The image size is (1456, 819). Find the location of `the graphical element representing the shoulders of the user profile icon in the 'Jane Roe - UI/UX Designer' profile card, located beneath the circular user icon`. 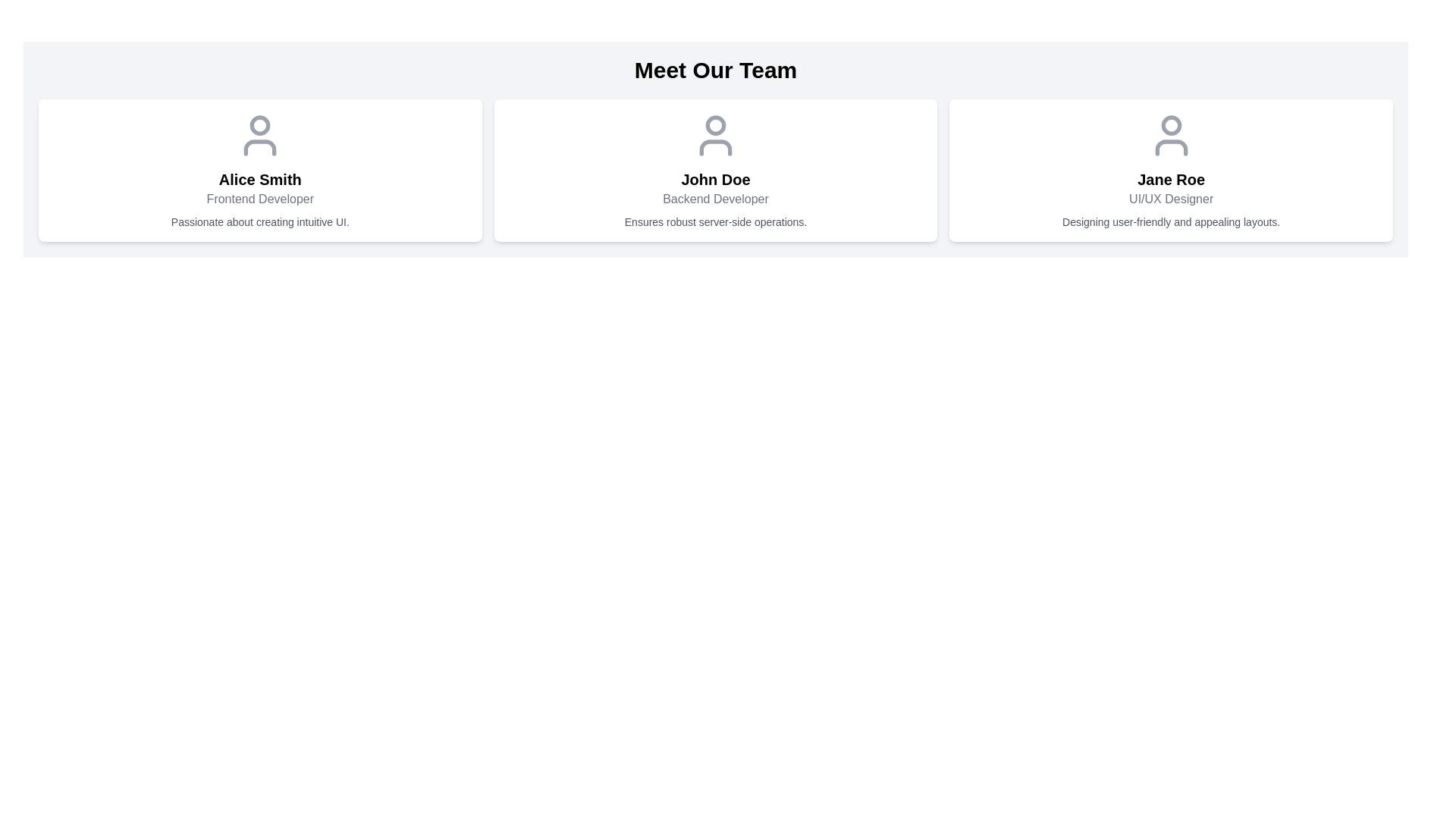

the graphical element representing the shoulders of the user profile icon in the 'Jane Roe - UI/UX Designer' profile card, located beneath the circular user icon is located at coordinates (1170, 148).